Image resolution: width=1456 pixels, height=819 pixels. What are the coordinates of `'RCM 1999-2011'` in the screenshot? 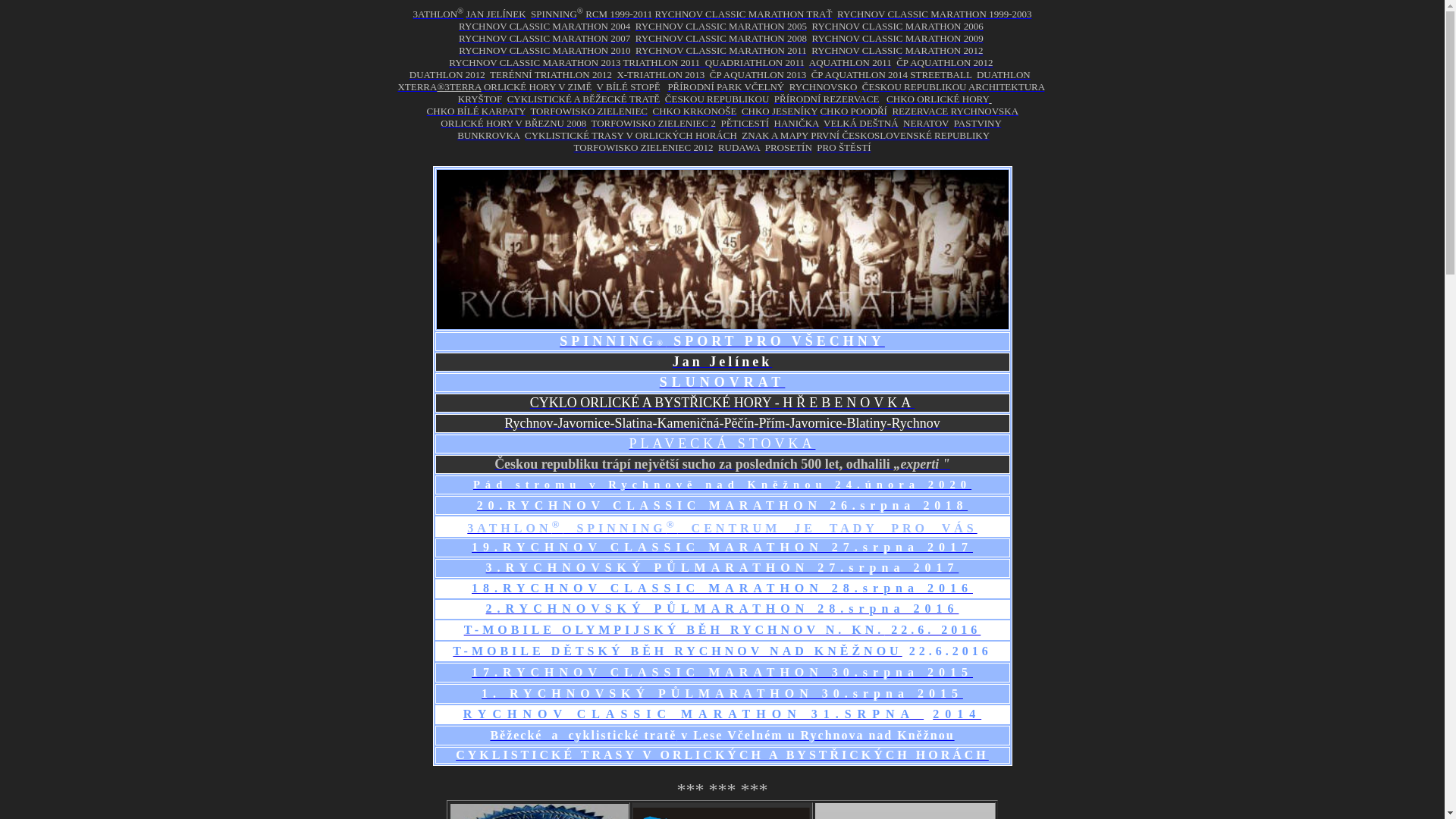 It's located at (619, 14).